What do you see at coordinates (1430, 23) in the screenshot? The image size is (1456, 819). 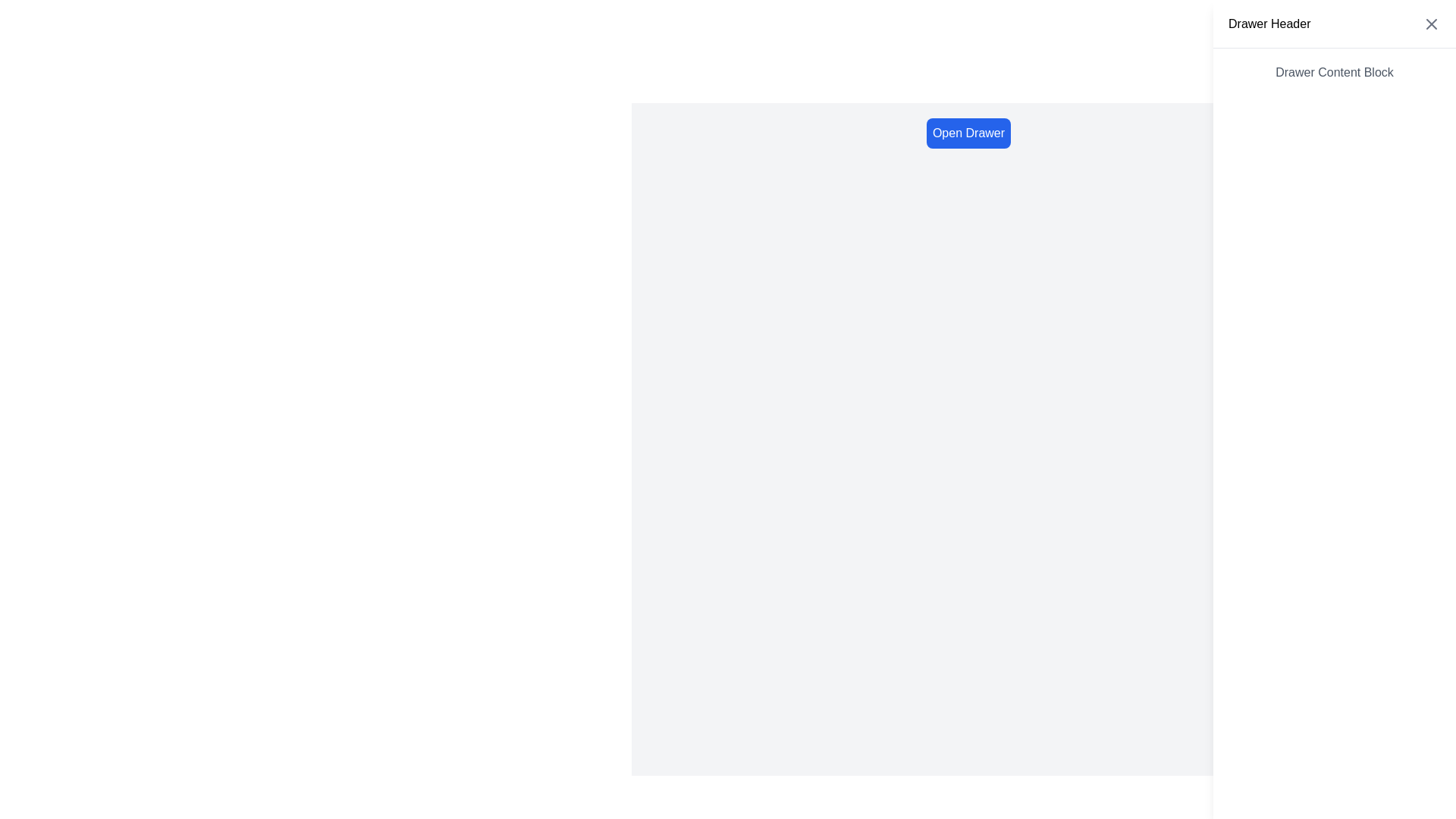 I see `the close icon located in the top-right corner of the Drawer Header section to trigger a tooltip or highlight effect if supported` at bounding box center [1430, 23].